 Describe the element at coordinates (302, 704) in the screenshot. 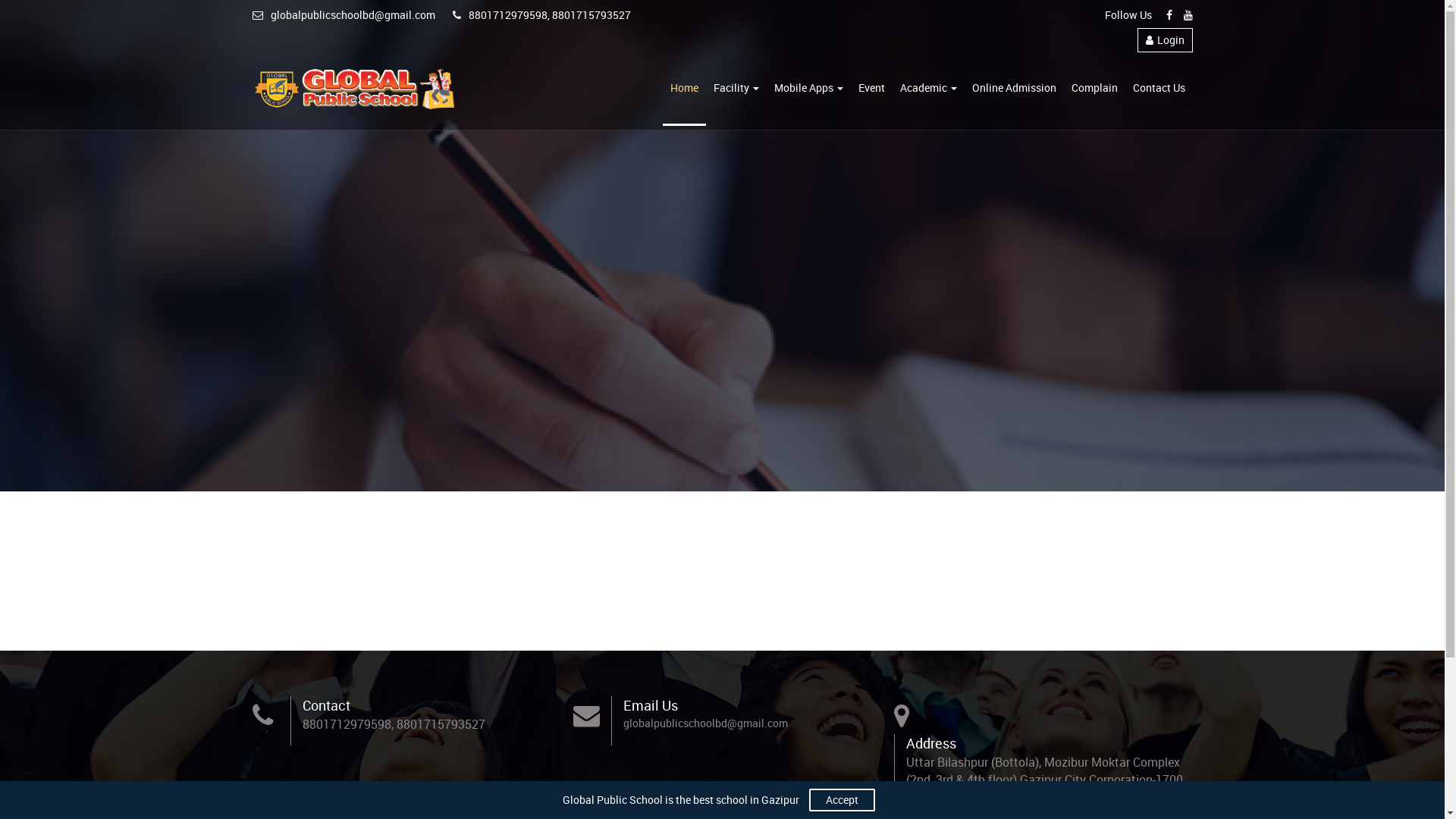

I see `'Contact'` at that location.